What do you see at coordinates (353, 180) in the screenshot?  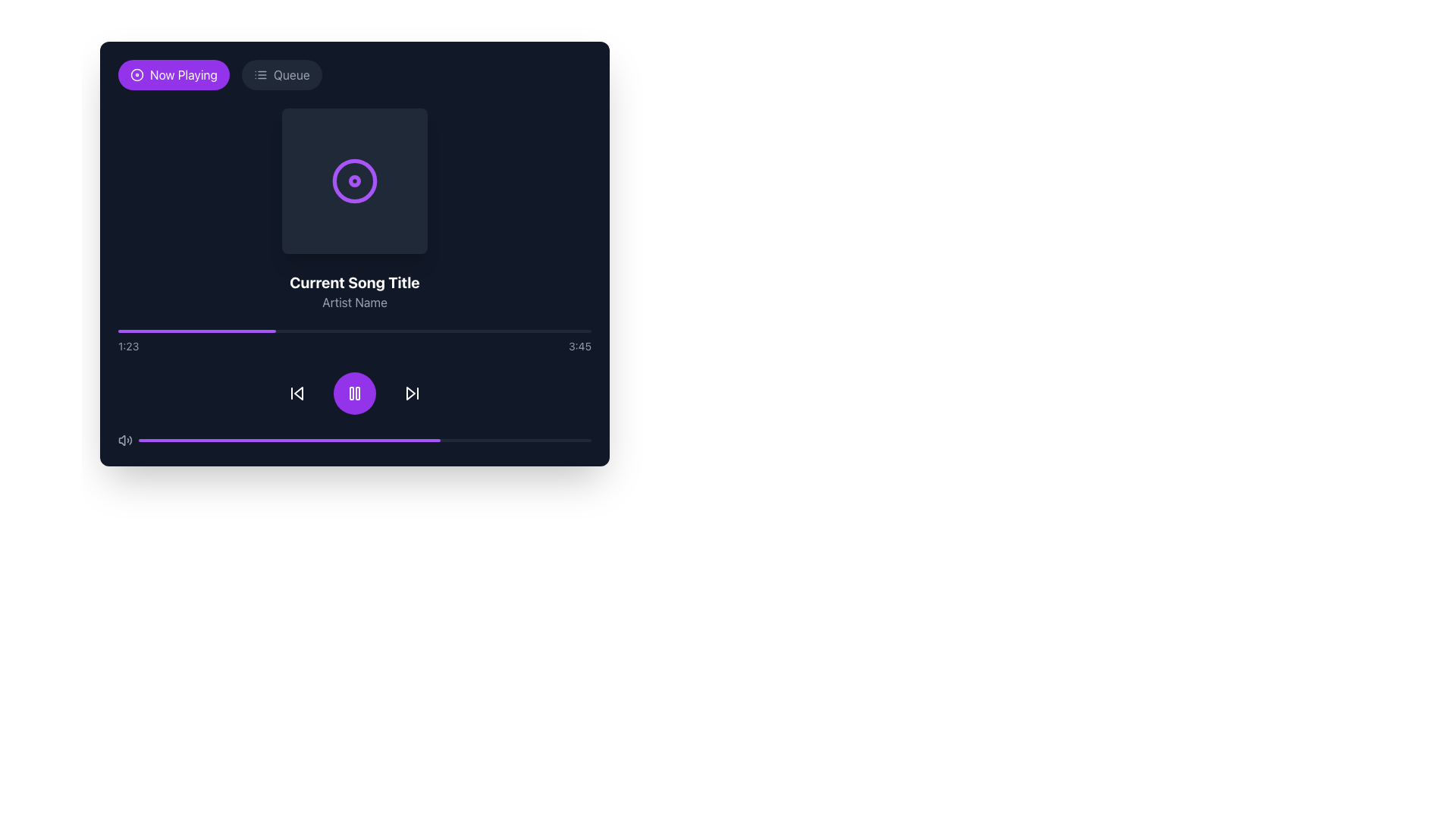 I see `the small circular shape located at the center of the spinning disk within the graphical player interface` at bounding box center [353, 180].